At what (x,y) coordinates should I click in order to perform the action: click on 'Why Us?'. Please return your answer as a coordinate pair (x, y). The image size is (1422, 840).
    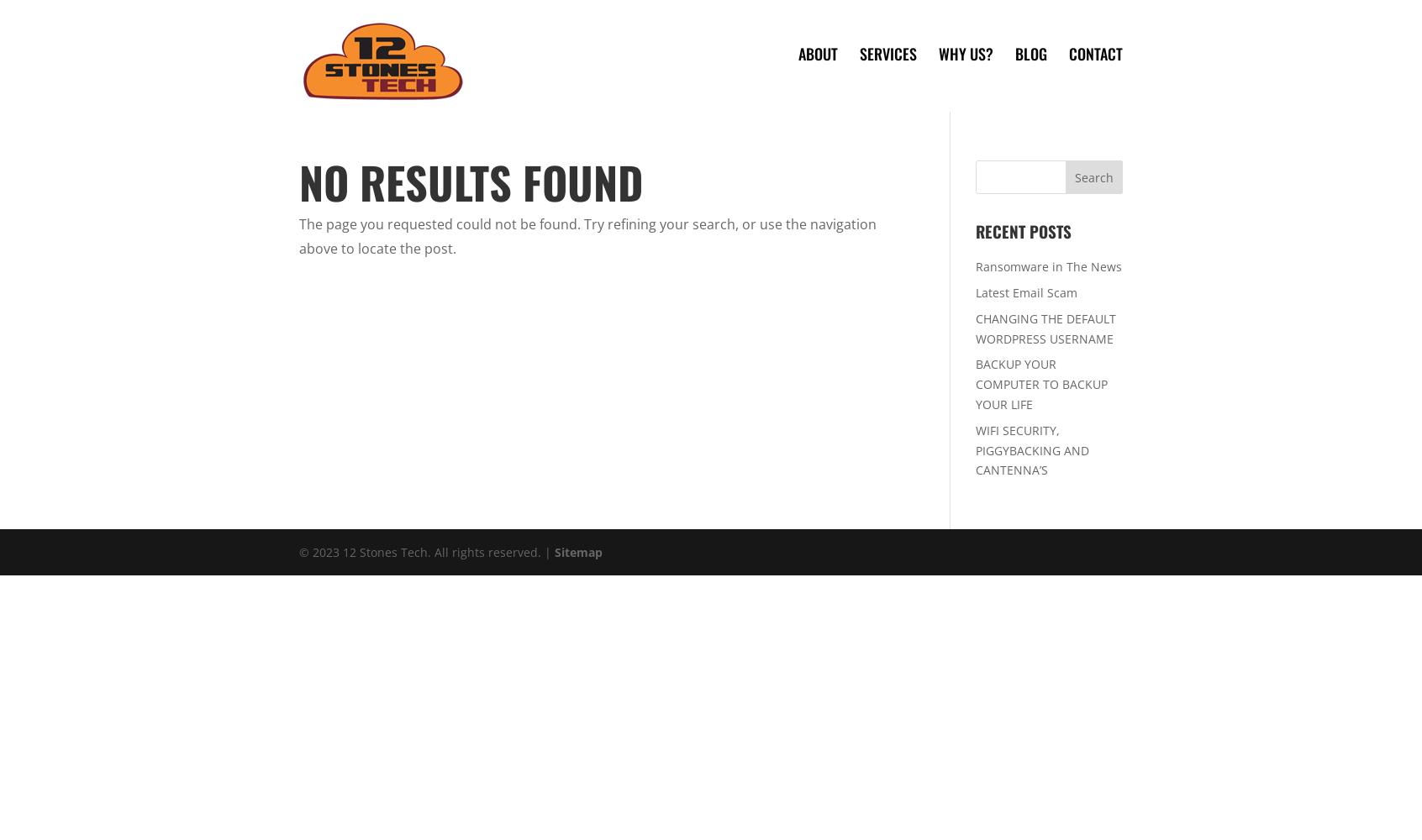
    Looking at the image, I should click on (965, 53).